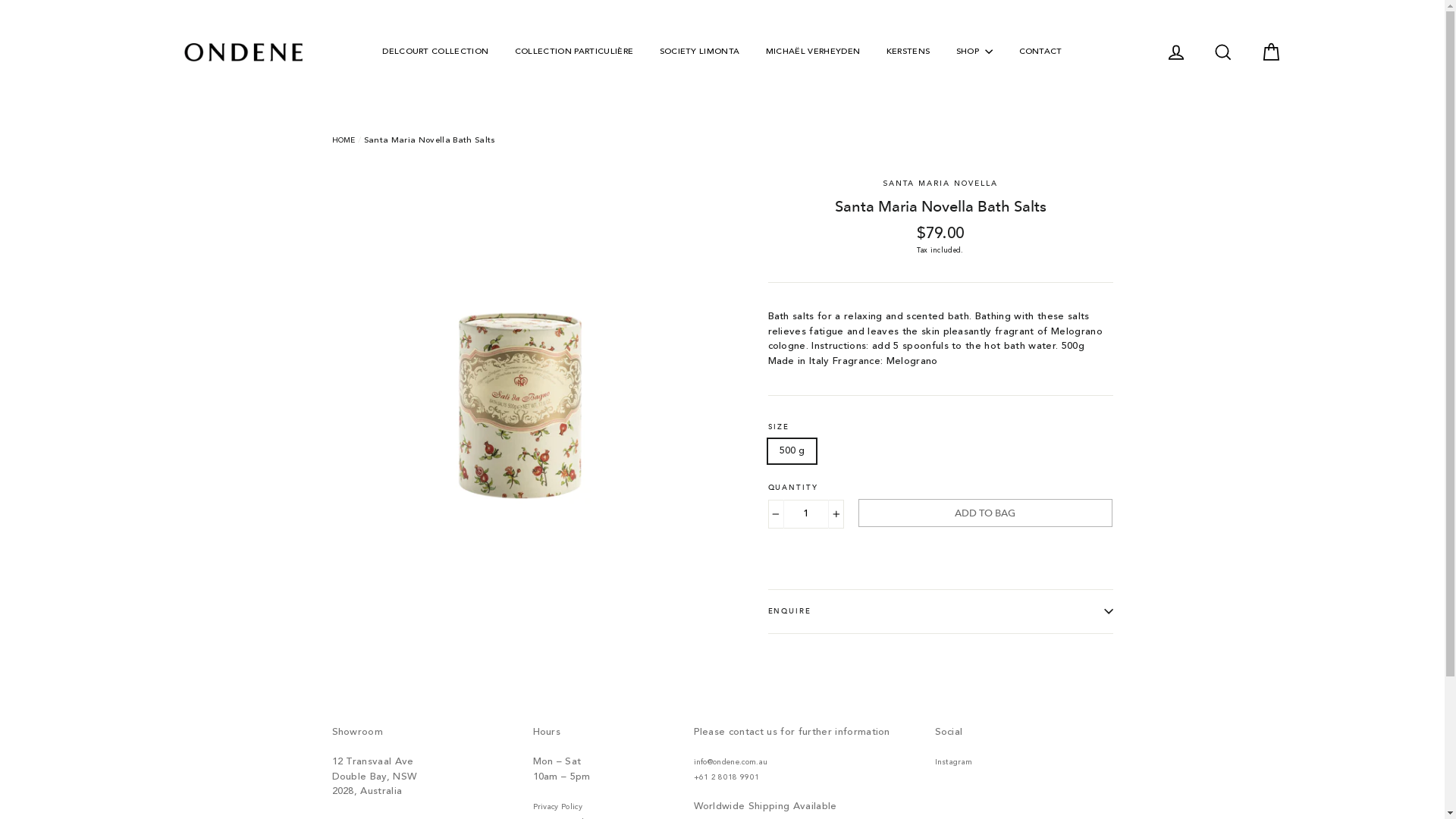 The height and width of the screenshot is (819, 1456). I want to click on 'ADD TO BAG', so click(985, 512).